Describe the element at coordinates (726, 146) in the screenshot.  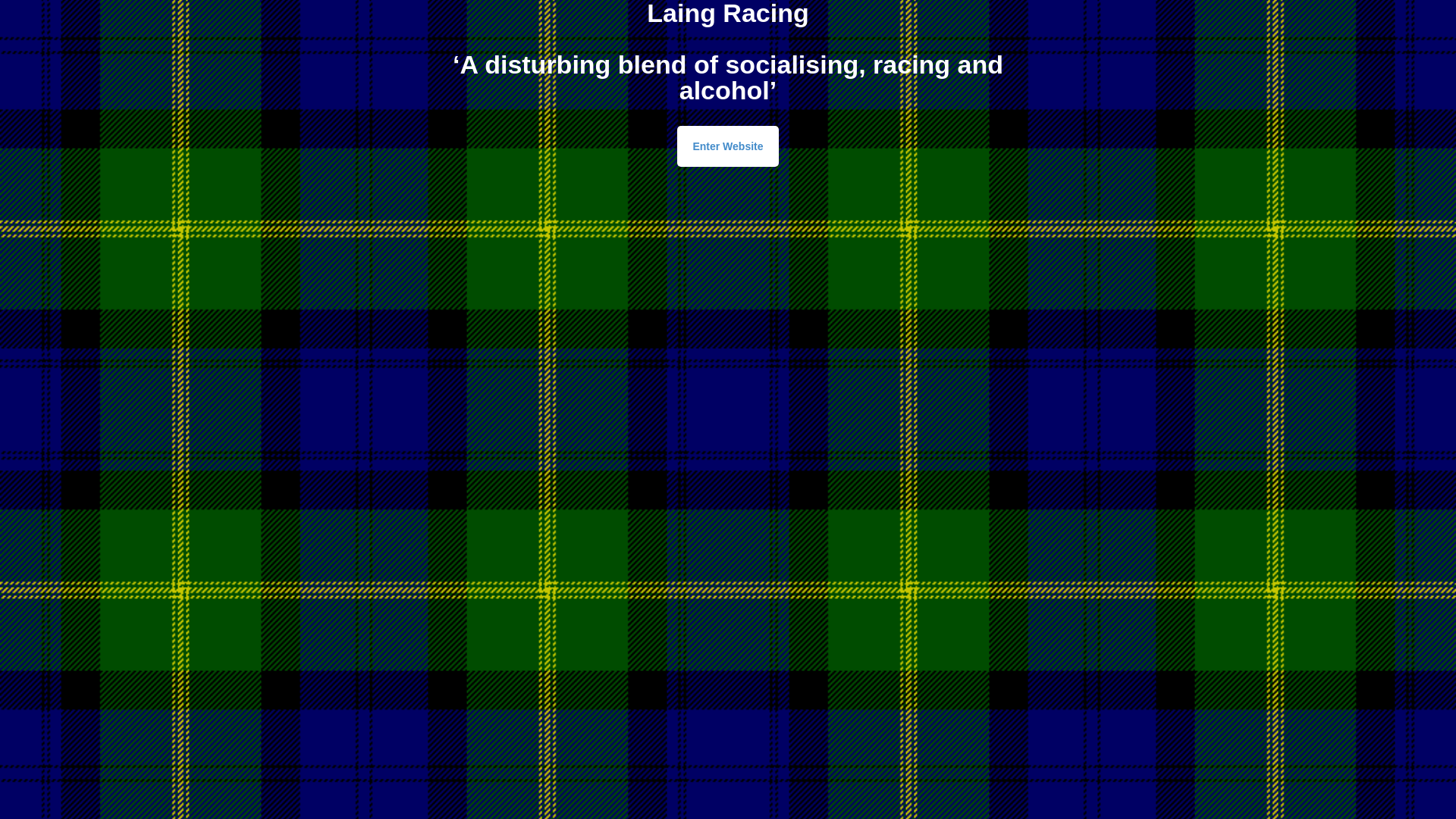
I see `'Enter Website'` at that location.